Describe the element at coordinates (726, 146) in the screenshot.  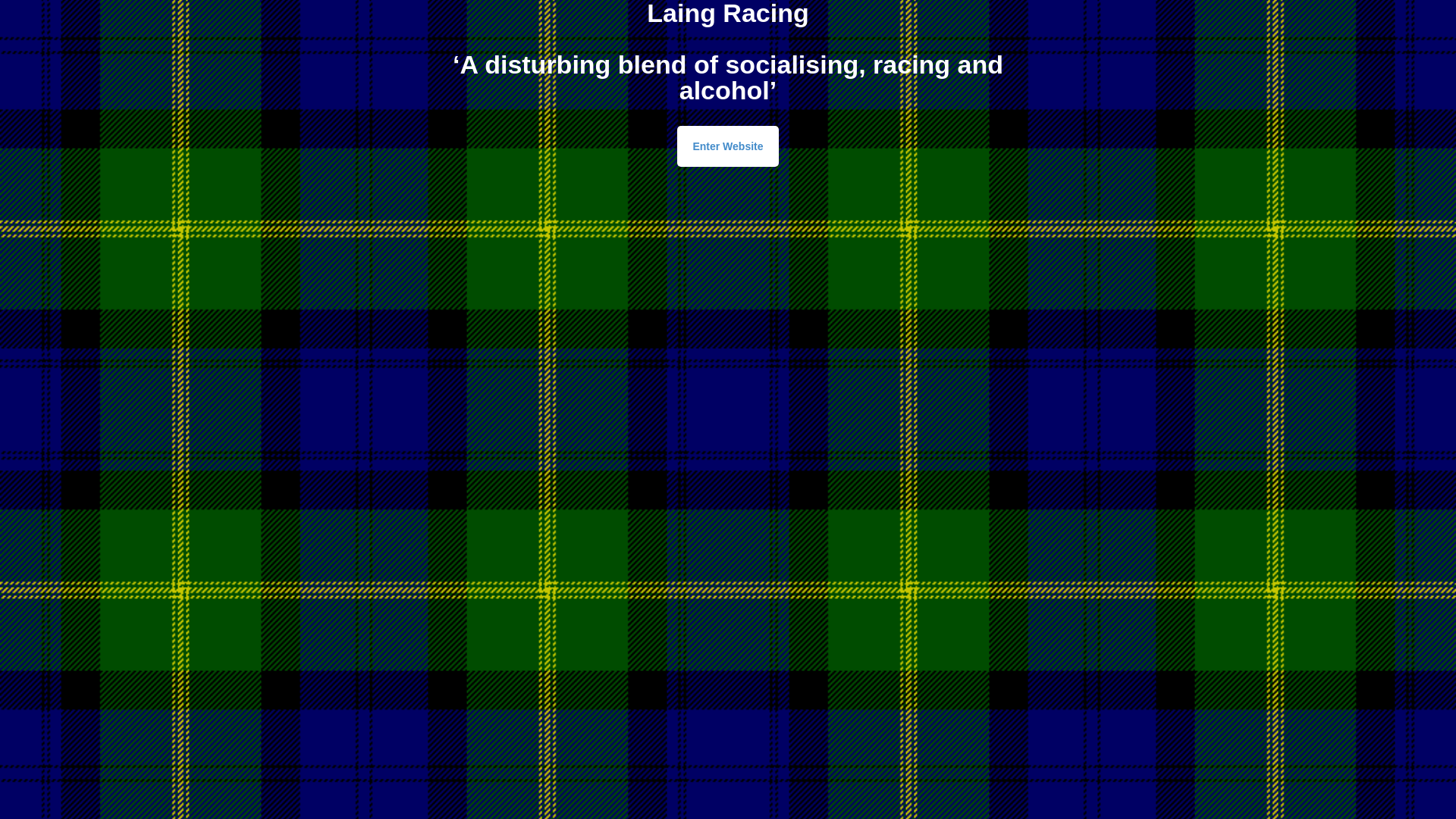
I see `'Enter Website'` at that location.